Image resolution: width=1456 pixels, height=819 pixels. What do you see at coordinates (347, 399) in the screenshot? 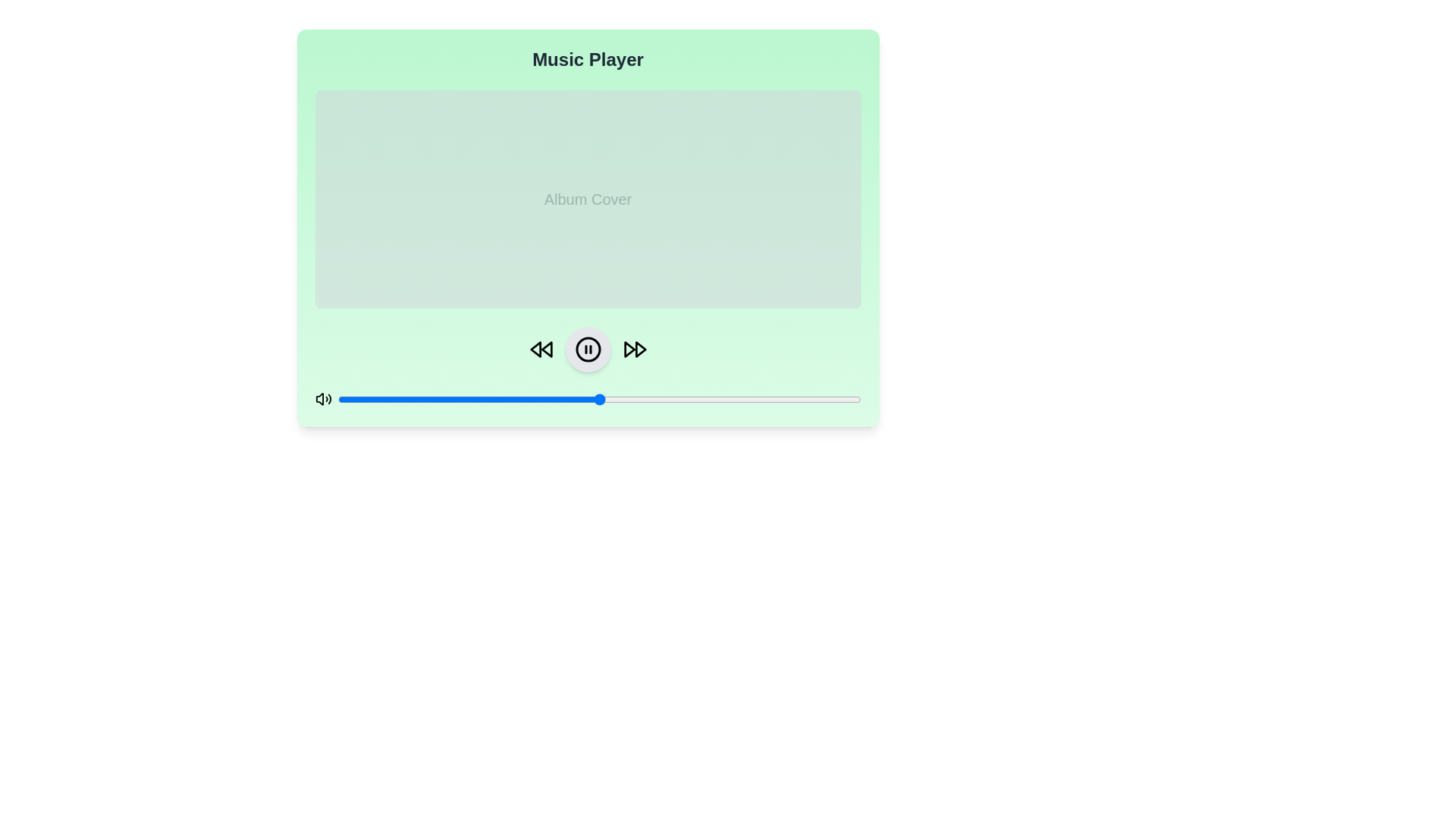
I see `volume level` at bounding box center [347, 399].